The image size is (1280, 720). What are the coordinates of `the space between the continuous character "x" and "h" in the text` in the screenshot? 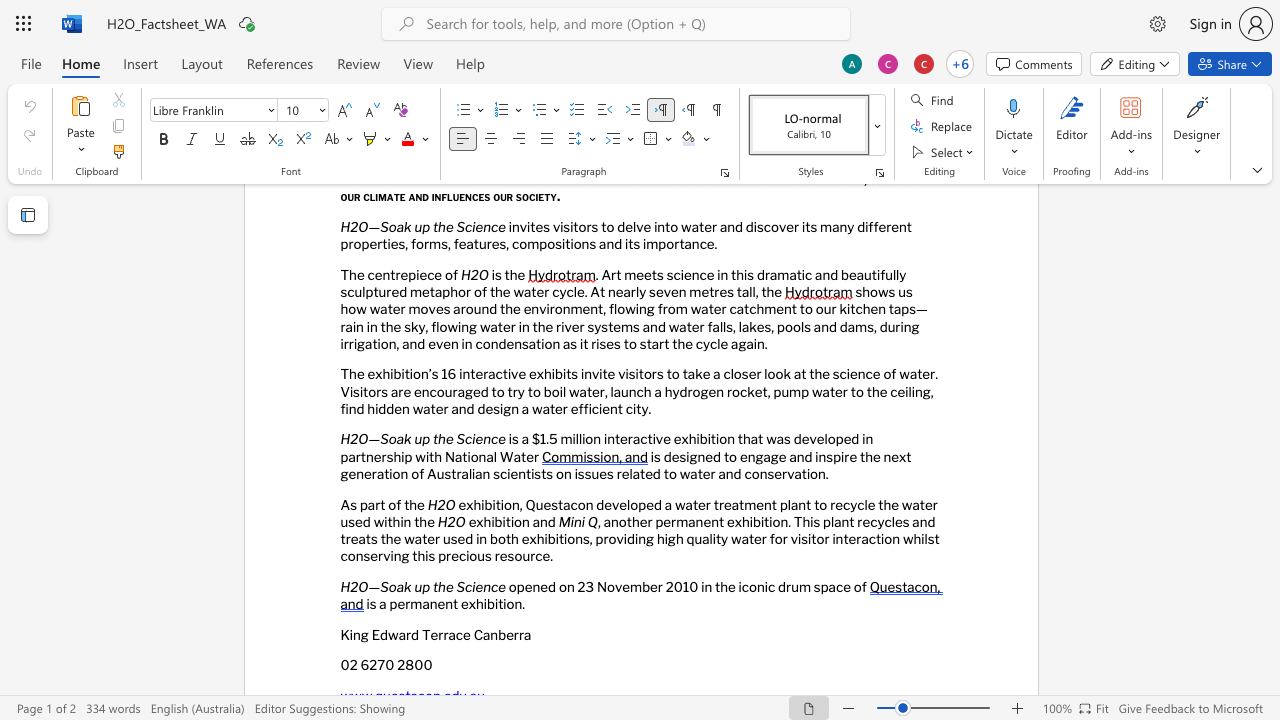 It's located at (483, 520).